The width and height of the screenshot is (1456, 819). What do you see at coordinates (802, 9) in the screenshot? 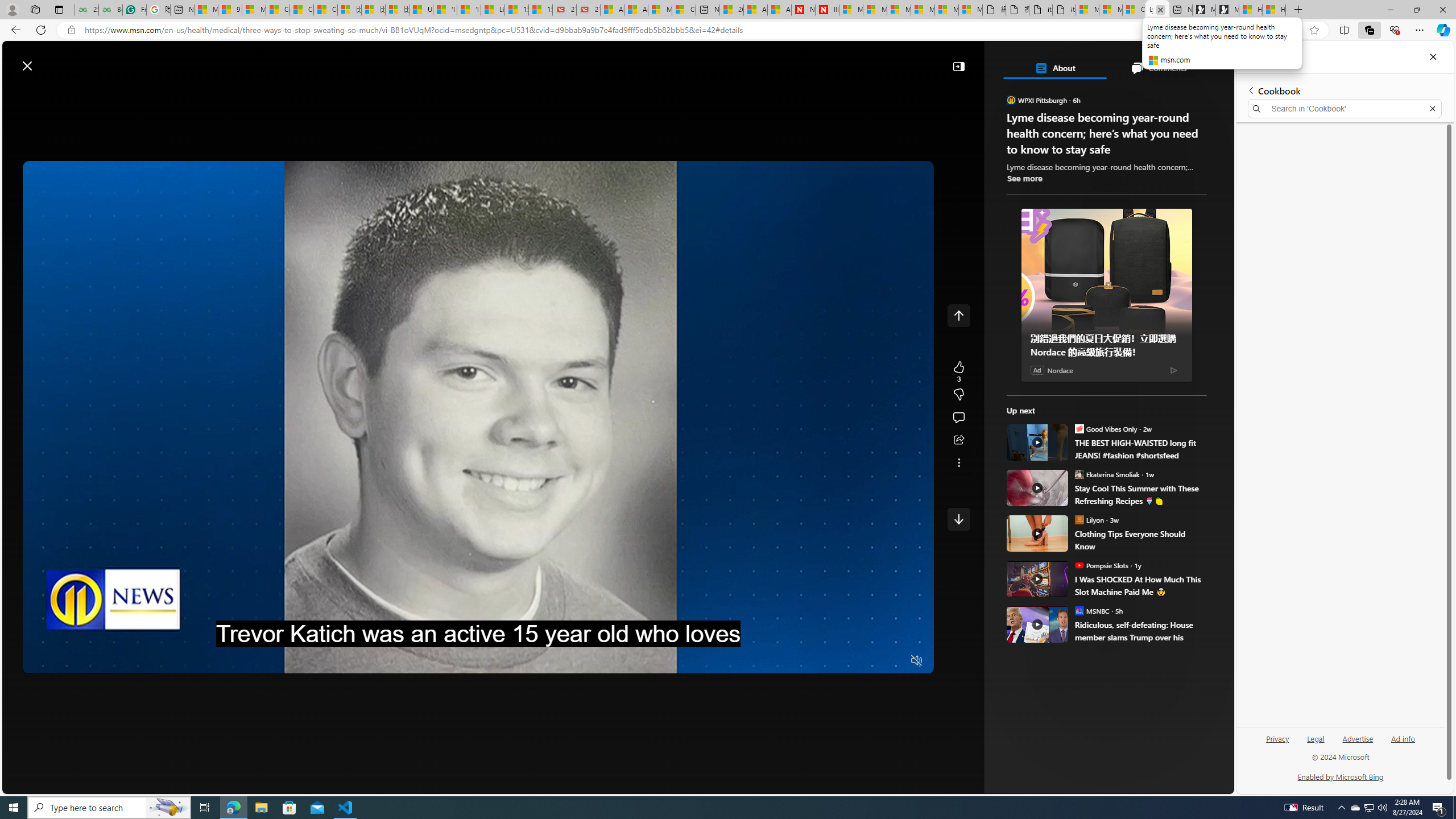
I see `'Newsweek - News, Analysis, Politics, Business, Technology'` at bounding box center [802, 9].